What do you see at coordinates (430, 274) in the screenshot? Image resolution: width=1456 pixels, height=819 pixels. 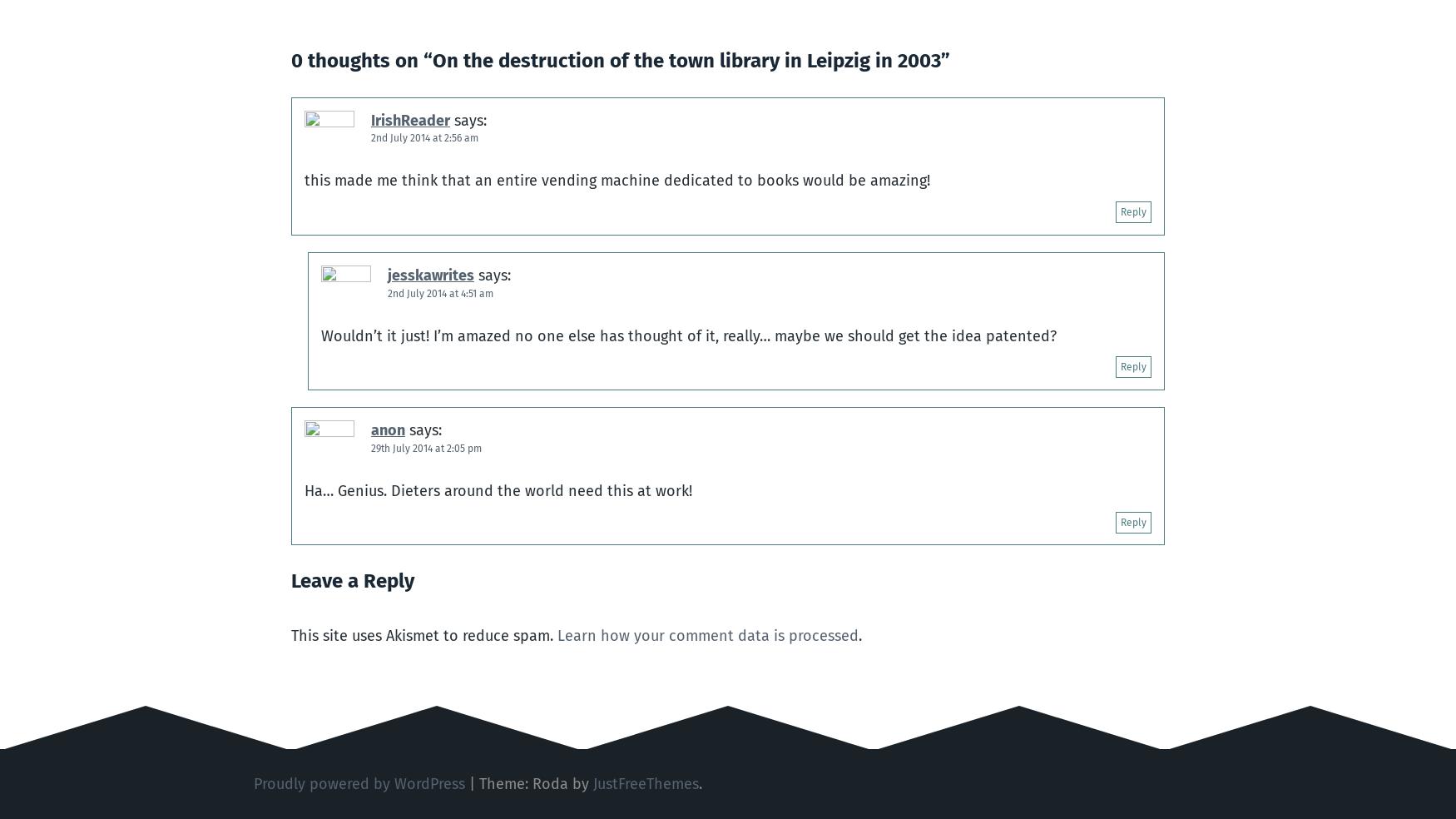 I see `'jesskawrites'` at bounding box center [430, 274].